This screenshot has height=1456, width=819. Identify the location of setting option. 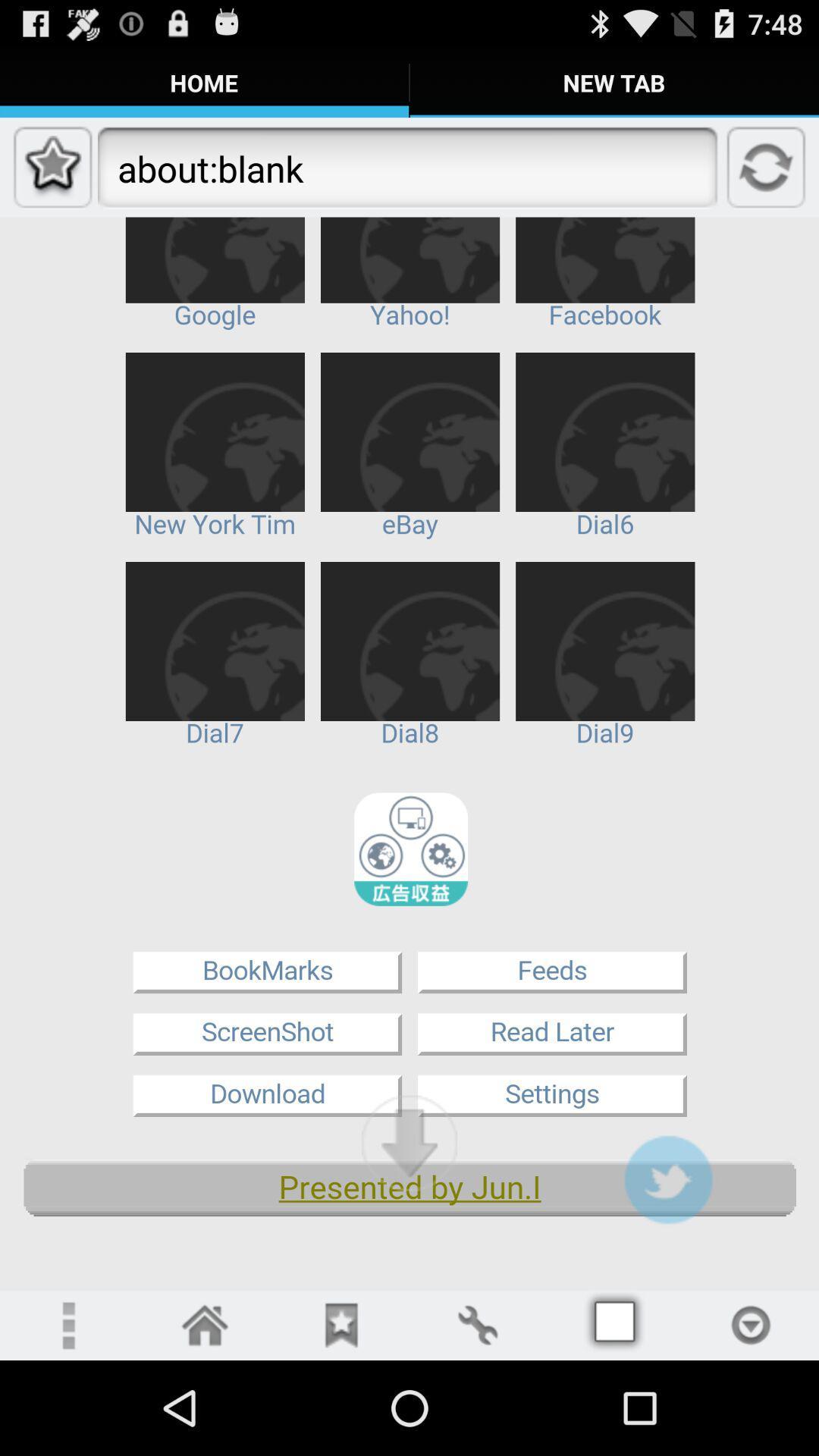
(67, 1324).